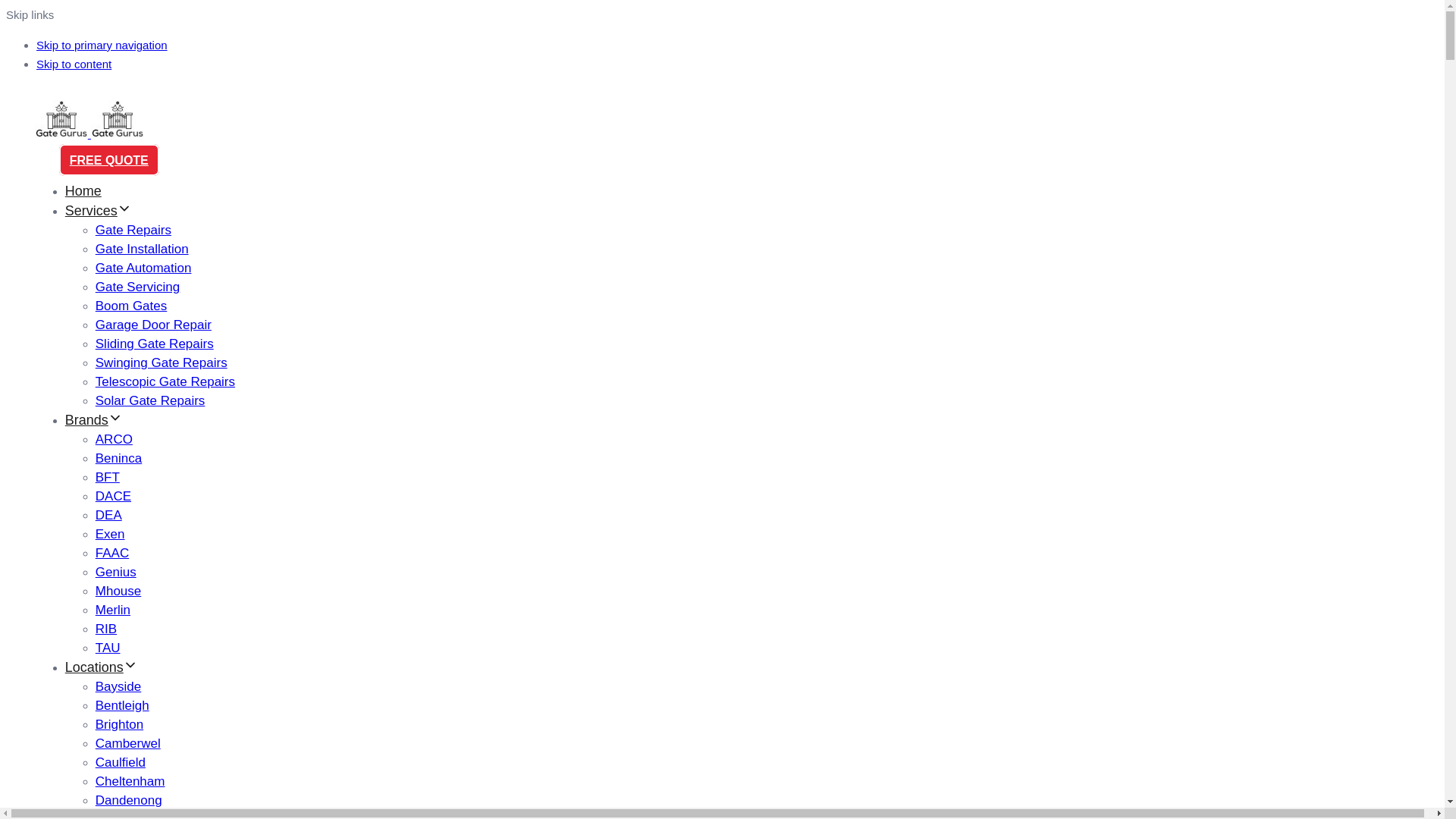 Image resolution: width=1456 pixels, height=819 pixels. Describe the element at coordinates (108, 160) in the screenshot. I see `'FREE QUOTE'` at that location.